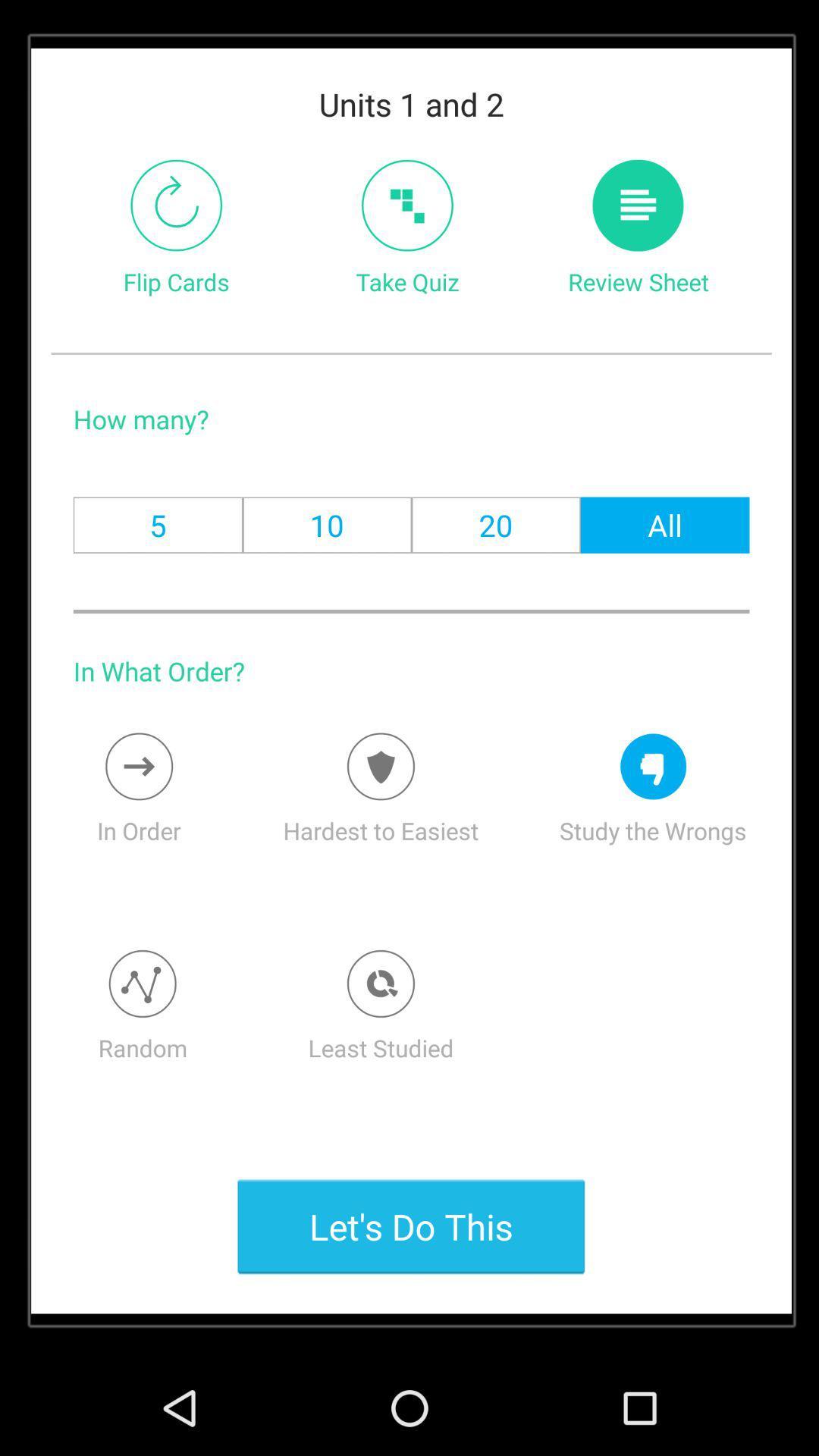 The width and height of the screenshot is (819, 1456). What do you see at coordinates (652, 767) in the screenshot?
I see `studythewrongs` at bounding box center [652, 767].